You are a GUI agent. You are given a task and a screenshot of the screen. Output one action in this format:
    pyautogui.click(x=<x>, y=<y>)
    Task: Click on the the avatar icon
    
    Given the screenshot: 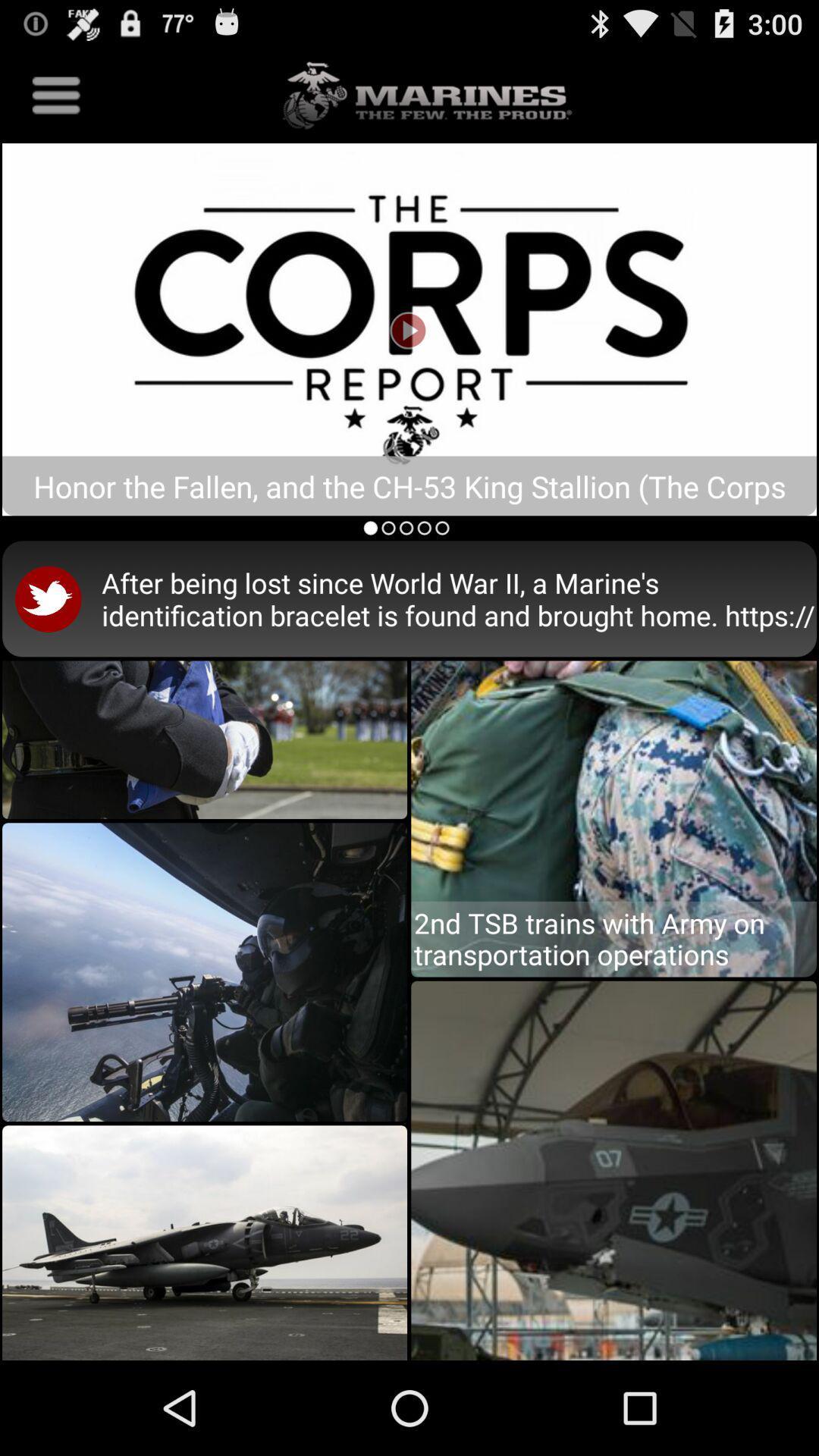 What is the action you would take?
    pyautogui.click(x=137, y=272)
    